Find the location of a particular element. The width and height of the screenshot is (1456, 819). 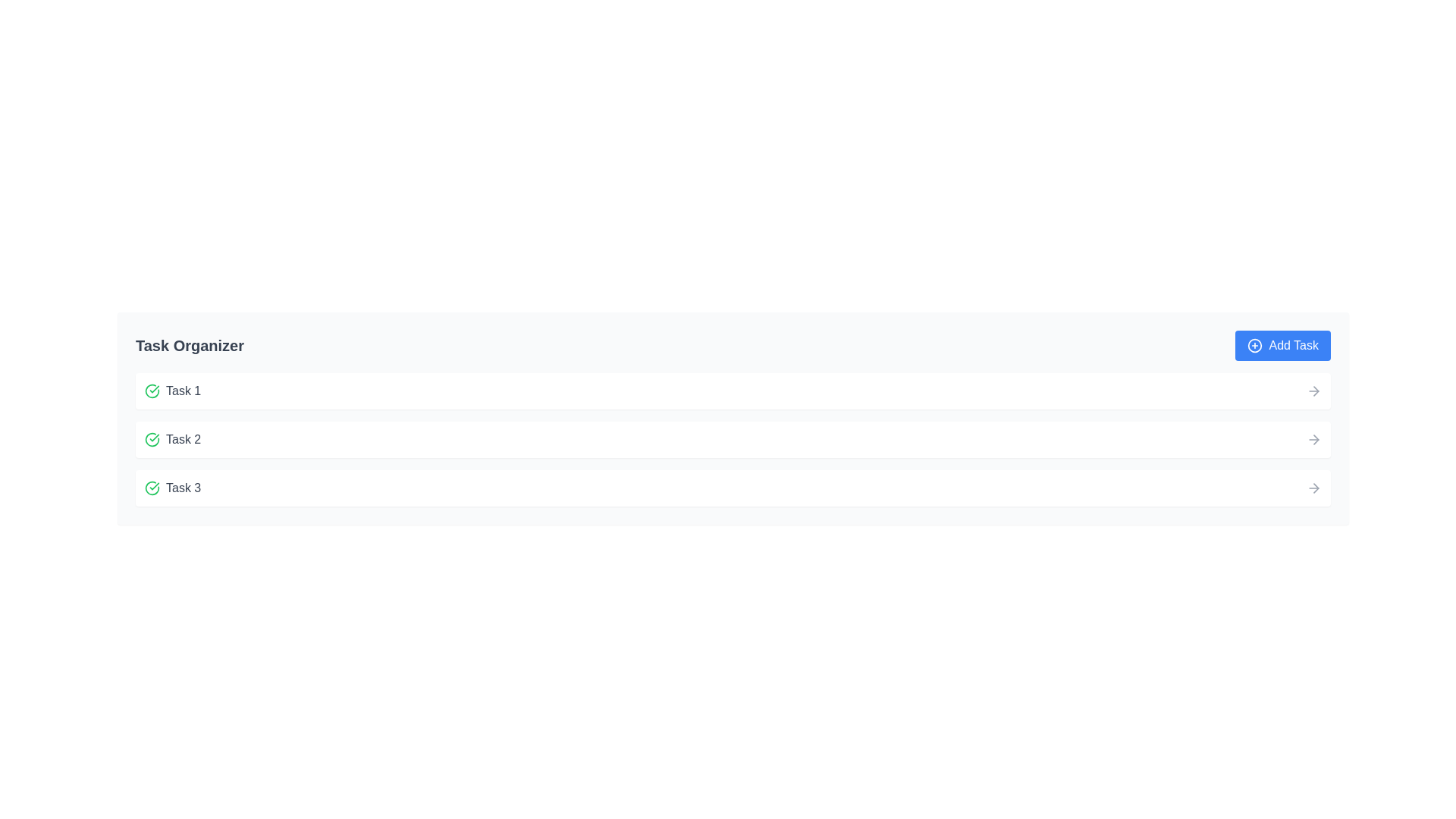

the text label displaying 'Task 3' in a gray font, which is located in the bottom row of a vertical list, adjacent to a green checkmark icon is located at coordinates (183, 488).